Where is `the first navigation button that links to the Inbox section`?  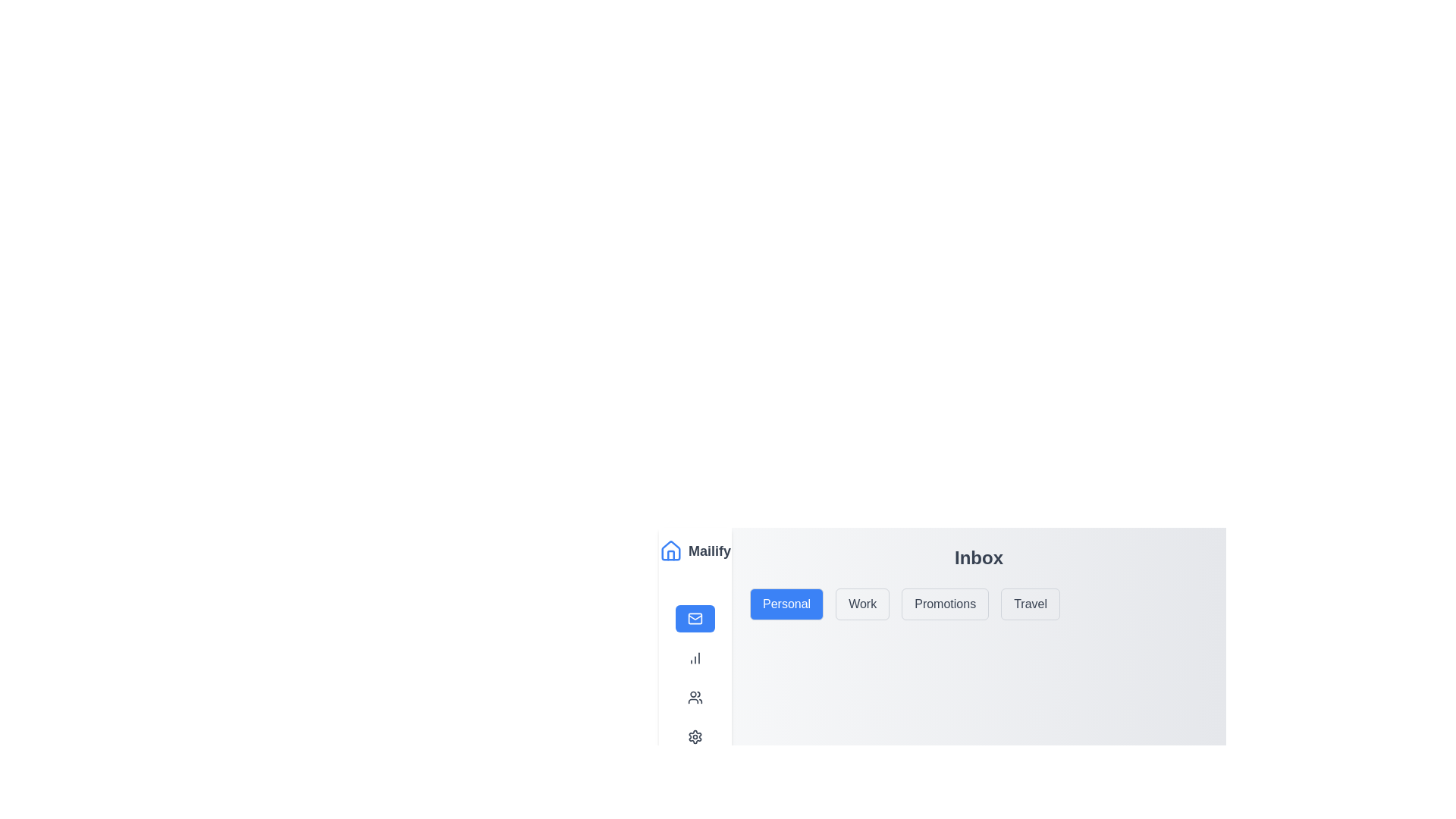
the first navigation button that links to the Inbox section is located at coordinates (694, 619).